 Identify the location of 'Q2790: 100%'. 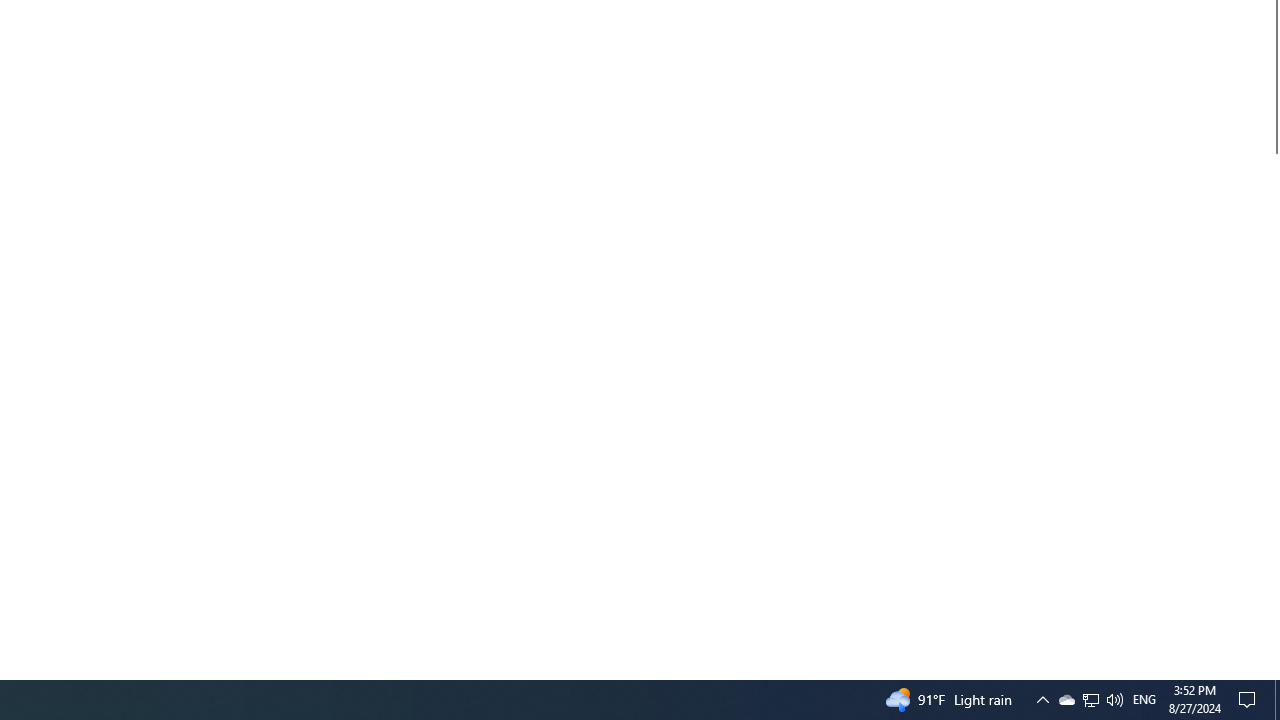
(1113, 698).